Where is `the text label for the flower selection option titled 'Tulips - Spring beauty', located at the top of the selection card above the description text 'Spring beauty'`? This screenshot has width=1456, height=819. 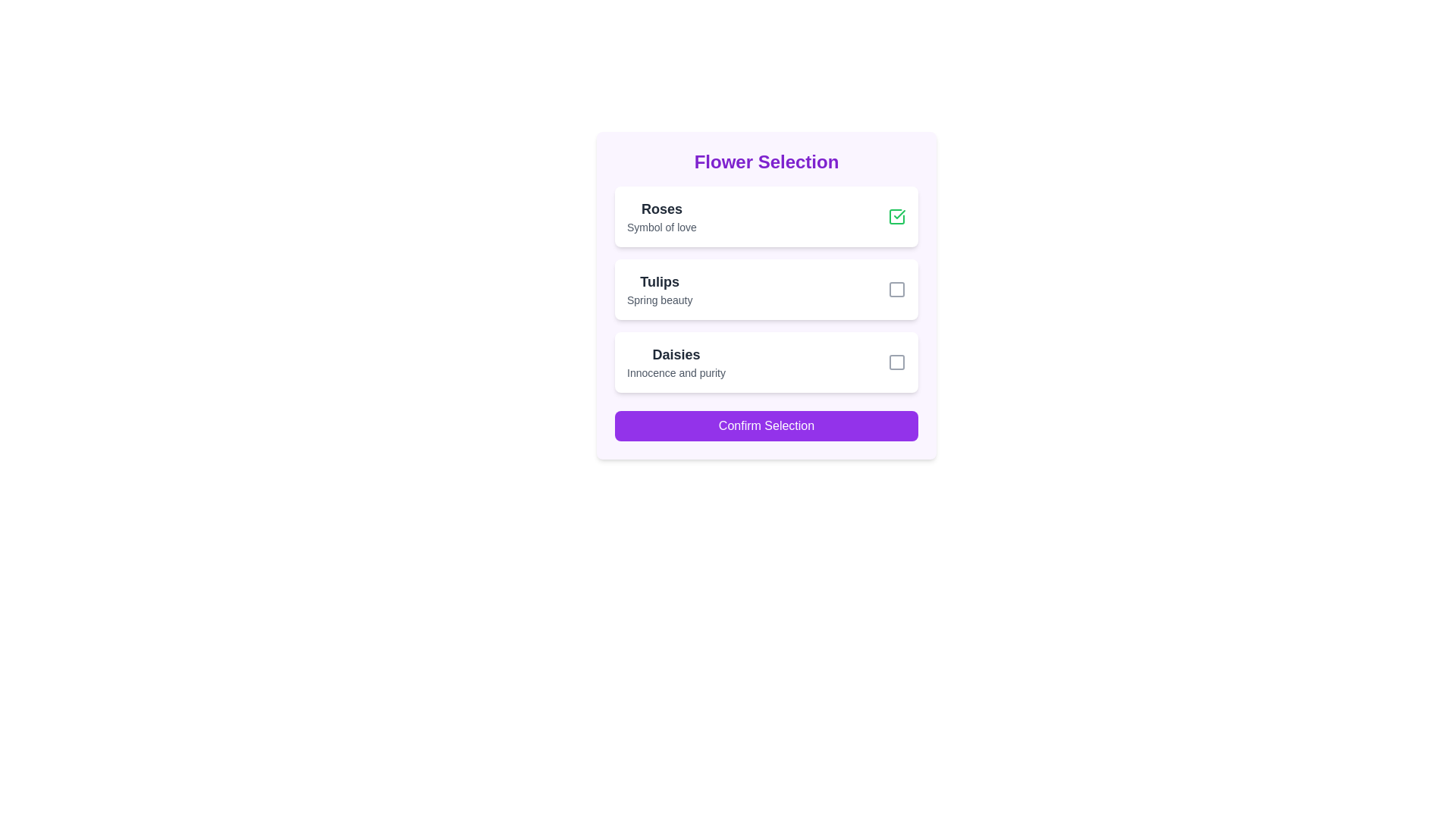
the text label for the flower selection option titled 'Tulips - Spring beauty', located at the top of the selection card above the description text 'Spring beauty' is located at coordinates (660, 281).